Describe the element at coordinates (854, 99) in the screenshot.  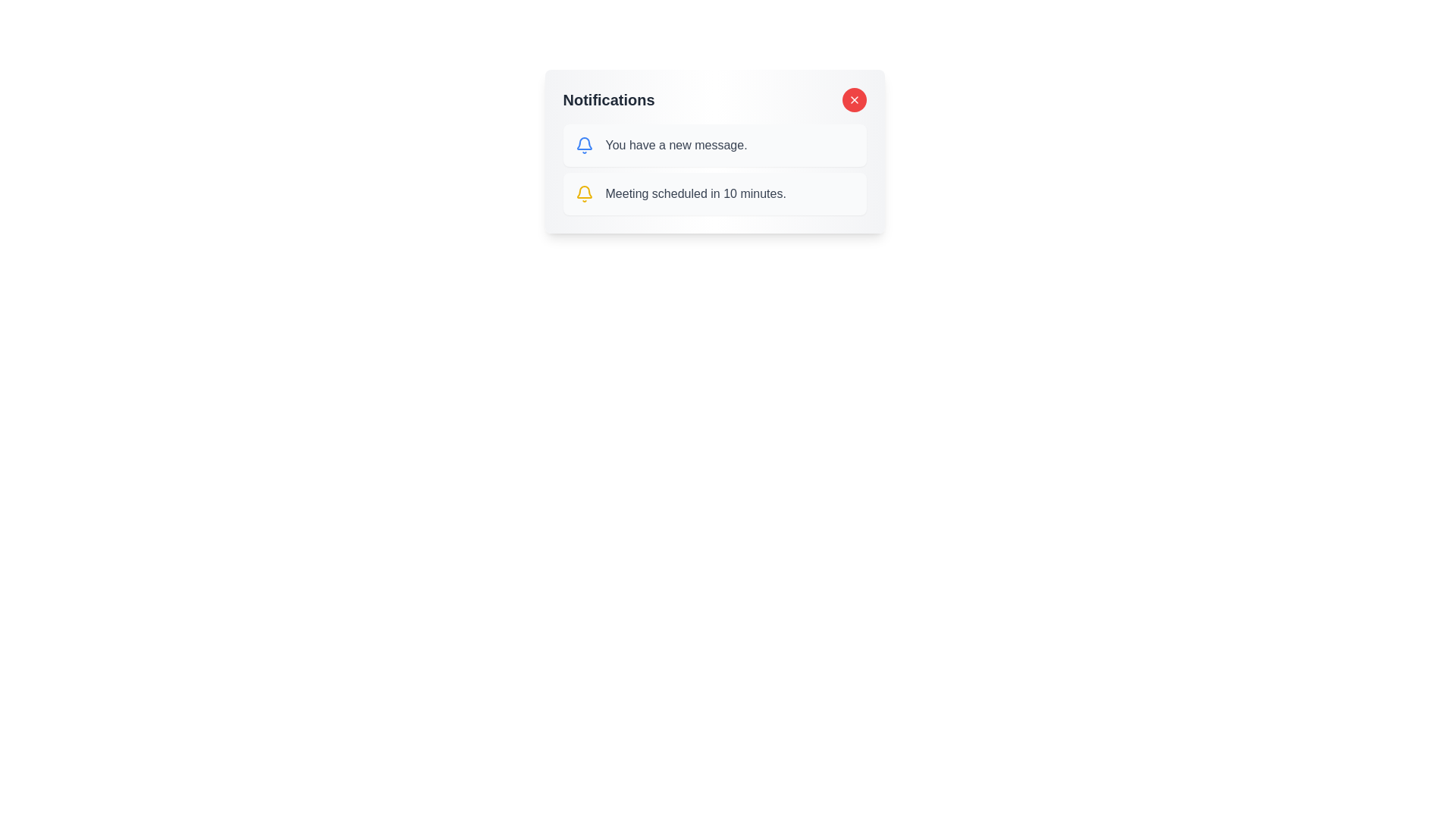
I see `the close button located at the top-right corner of the notification card` at that location.